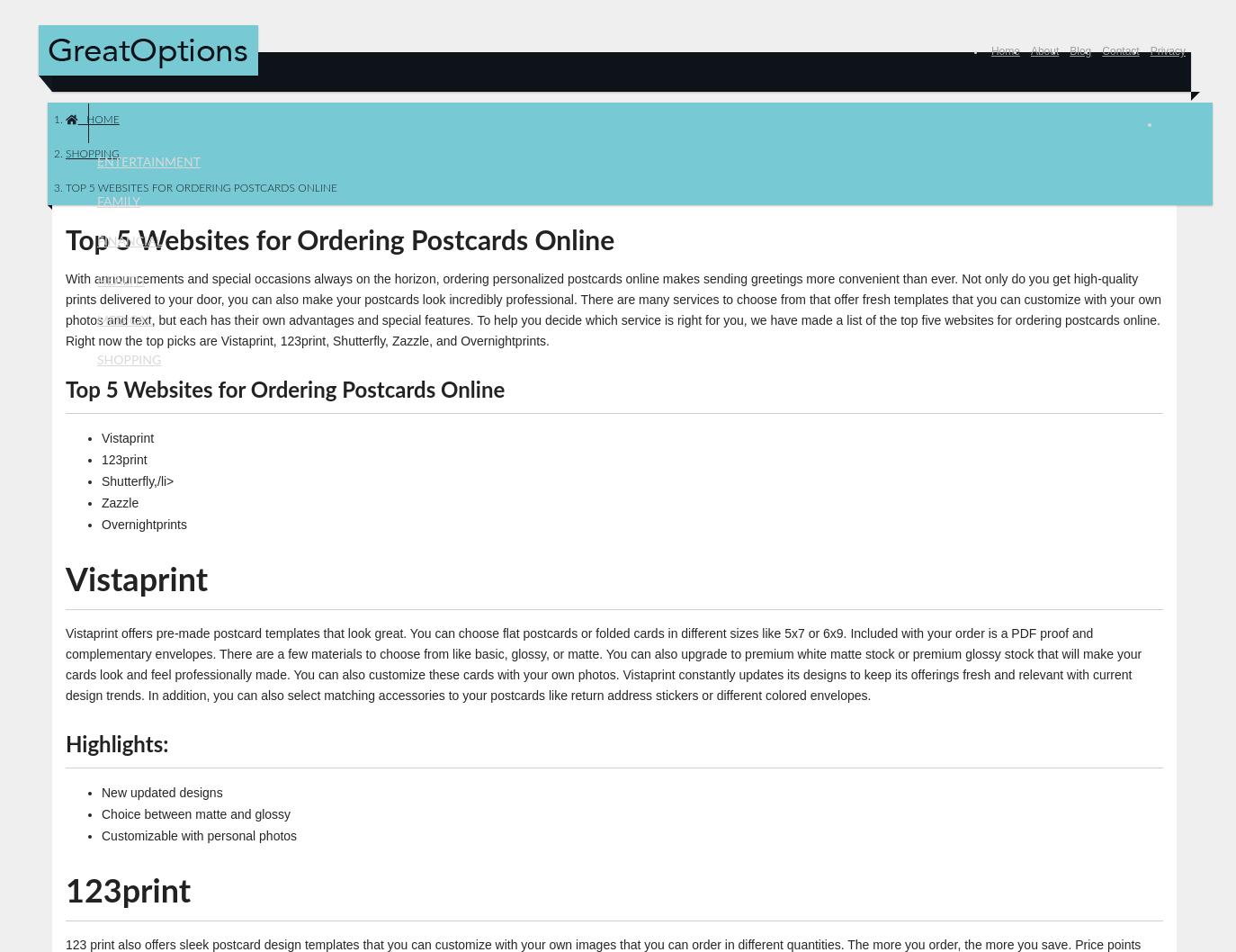 This screenshot has width=1236, height=952. I want to click on 'New updated designs', so click(160, 791).